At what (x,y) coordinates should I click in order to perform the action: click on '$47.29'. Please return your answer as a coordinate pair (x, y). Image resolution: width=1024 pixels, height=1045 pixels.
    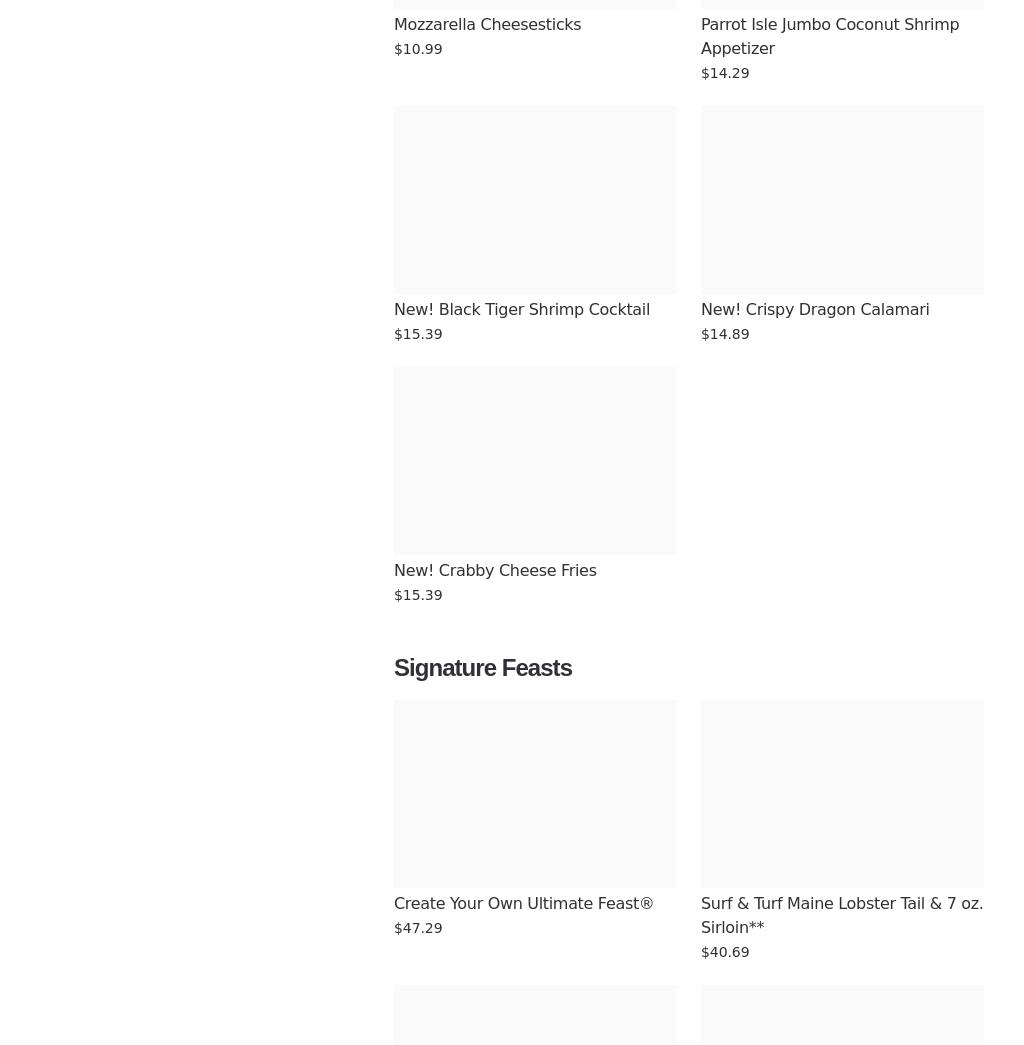
    Looking at the image, I should click on (416, 927).